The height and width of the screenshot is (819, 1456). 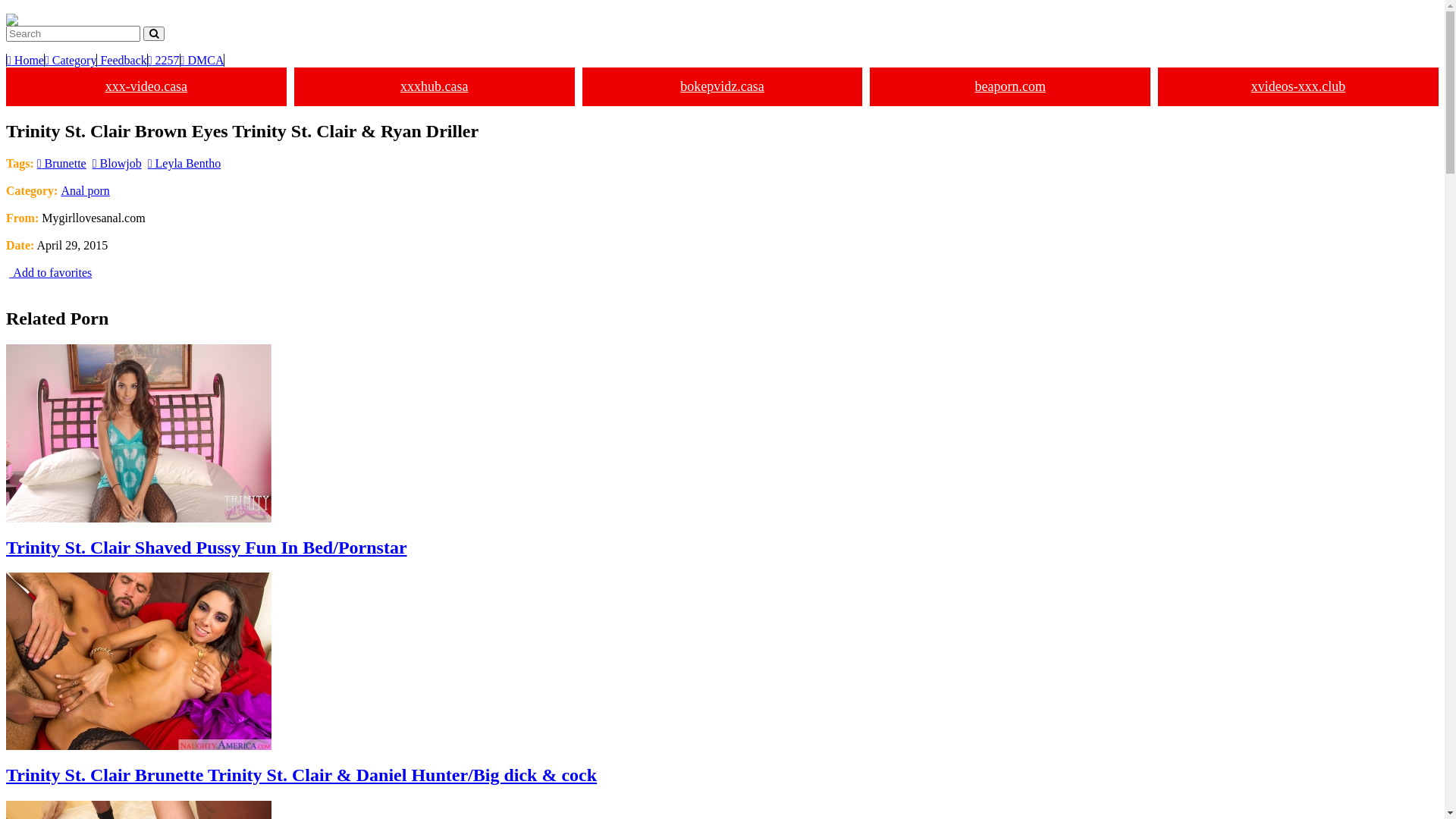 I want to click on 'bokepvidz.casa', so click(x=722, y=86).